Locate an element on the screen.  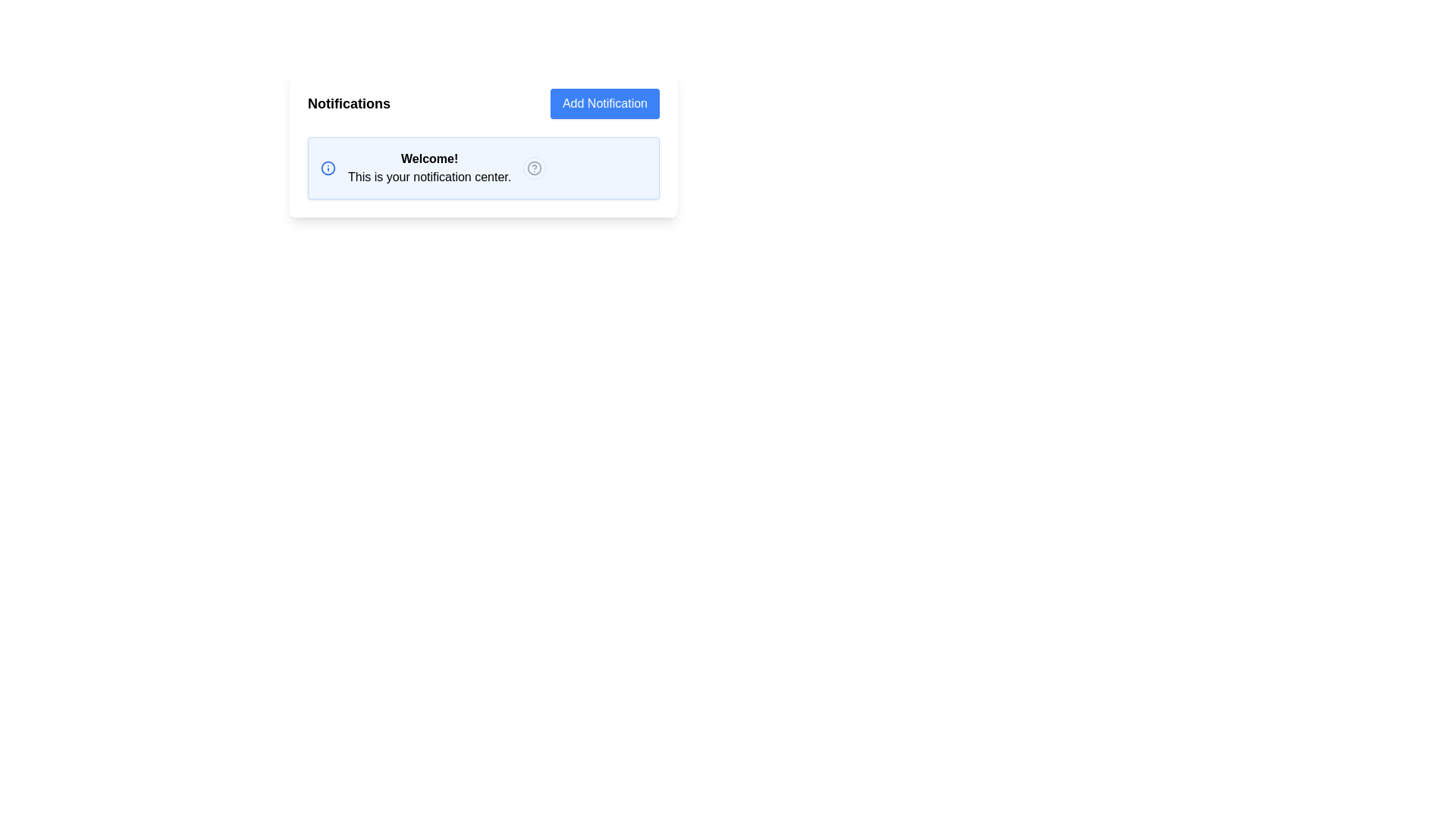
the informational static text label located below the bold 'Welcome!' text in the notification center is located at coordinates (428, 177).